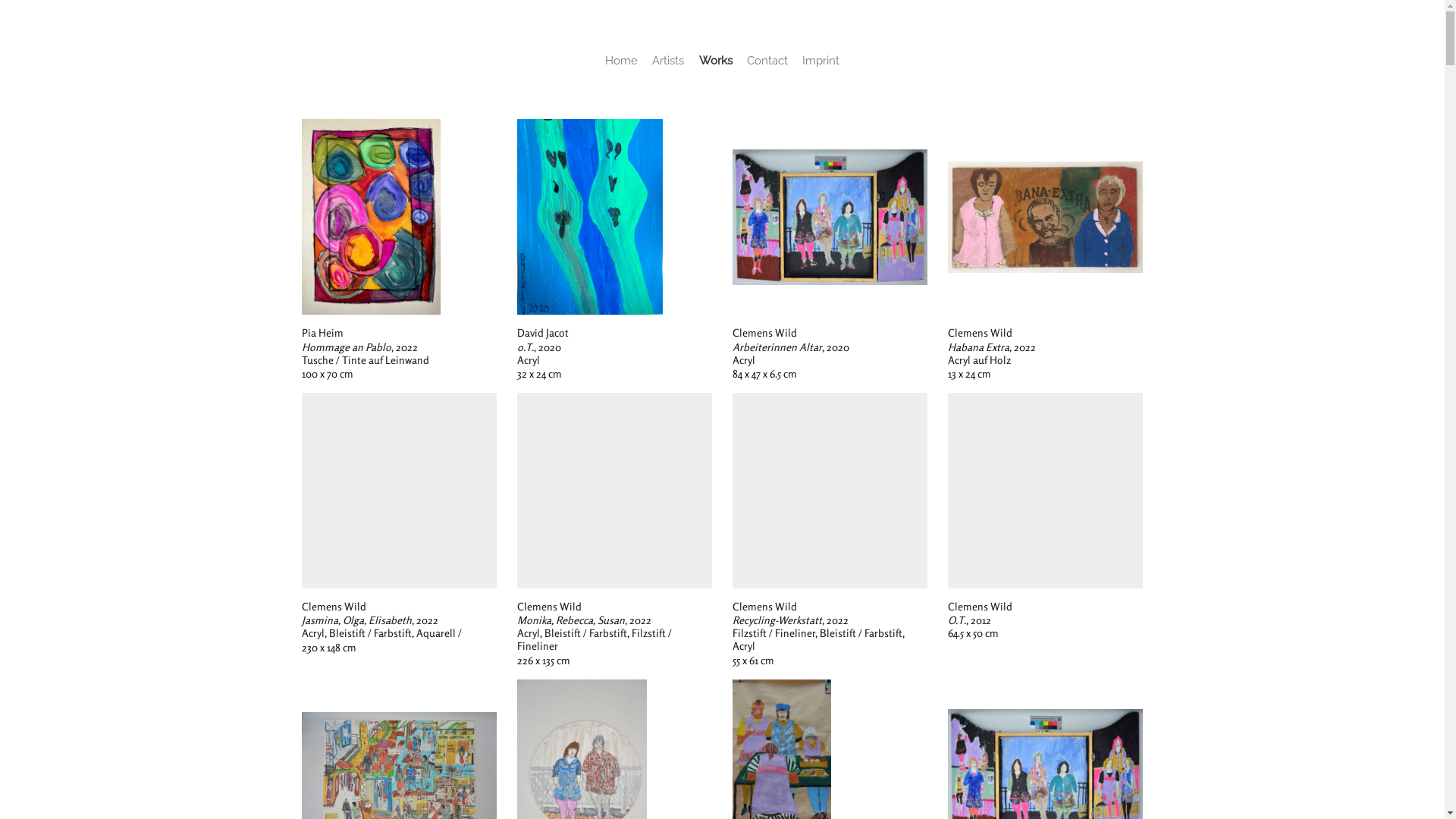 The height and width of the screenshot is (819, 1456). Describe the element at coordinates (621, 60) in the screenshot. I see `'Home'` at that location.